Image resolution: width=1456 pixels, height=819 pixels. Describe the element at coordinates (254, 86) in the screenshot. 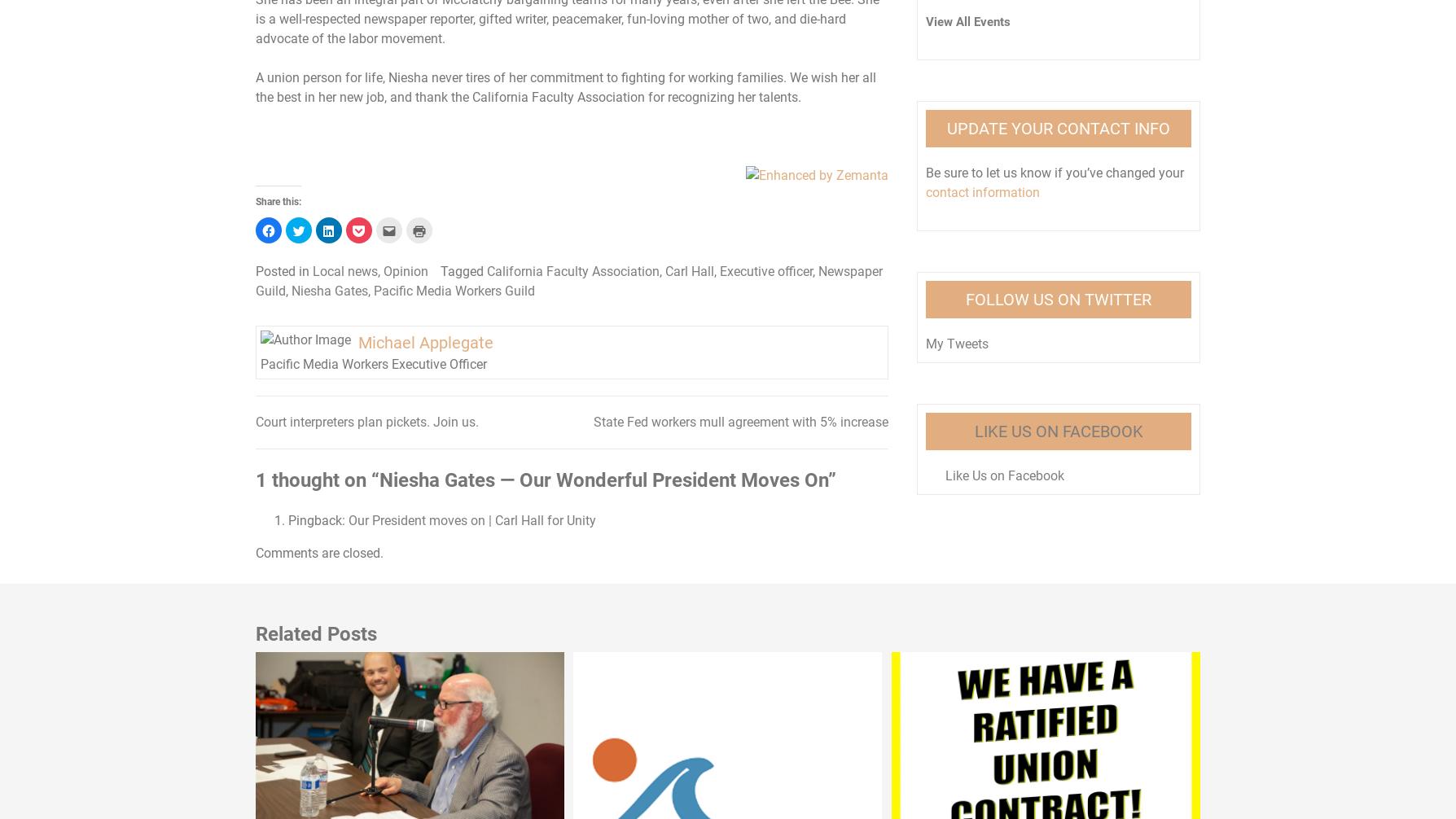

I see `'A union person for life, Niesha never tires of her commitment to fighting for working families. We wish her all the best in her new job, and thank the California Faculty Association for recognizing her talents.'` at that location.